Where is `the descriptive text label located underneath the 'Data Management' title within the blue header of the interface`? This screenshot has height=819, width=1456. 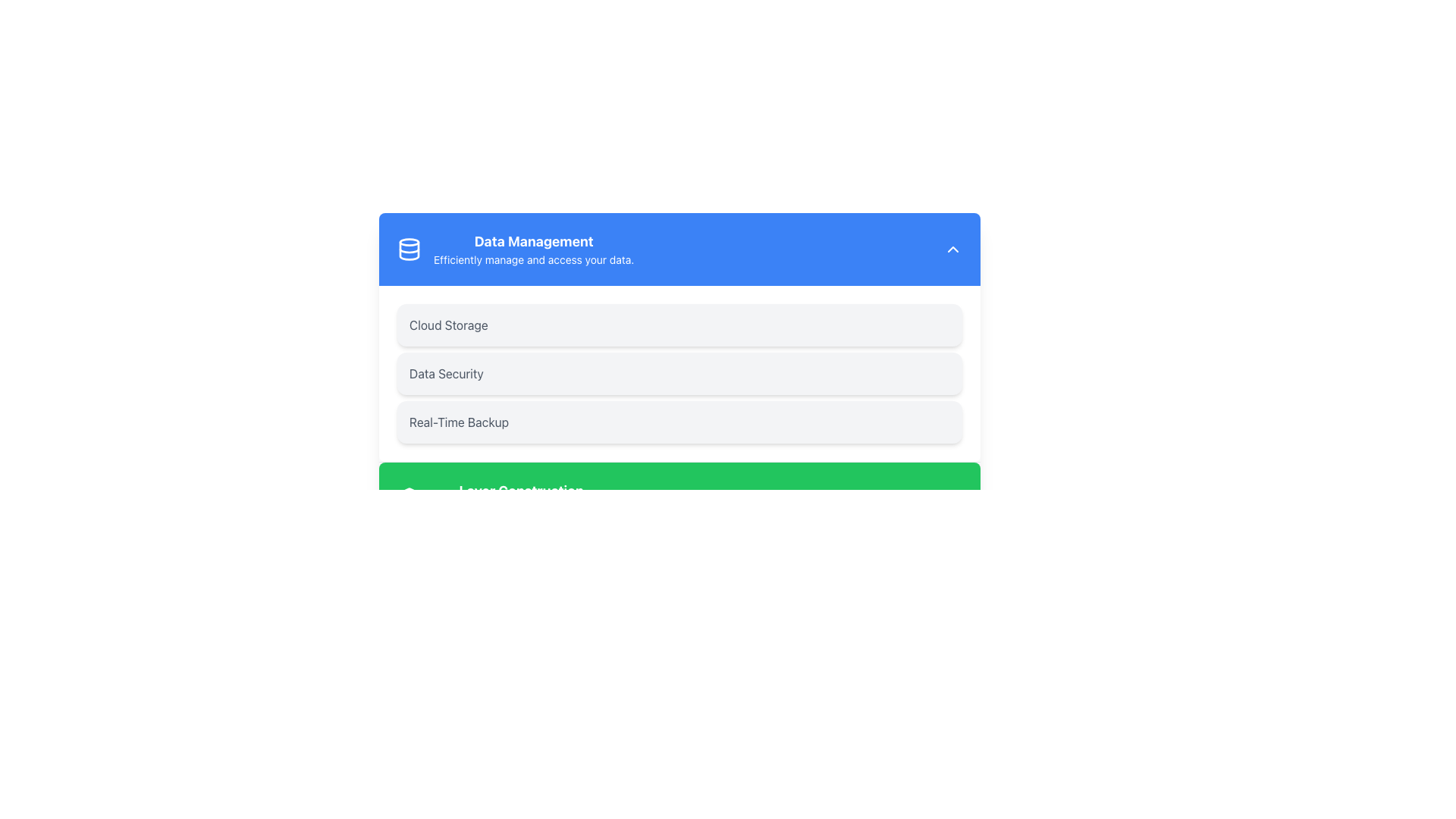 the descriptive text label located underneath the 'Data Management' title within the blue header of the interface is located at coordinates (534, 259).